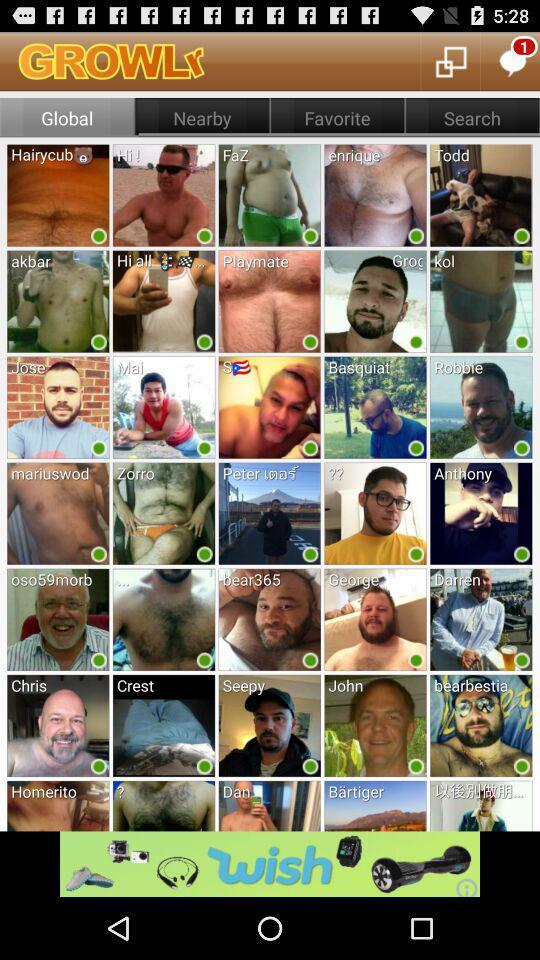 The image size is (540, 960). I want to click on the chat icon, so click(511, 65).